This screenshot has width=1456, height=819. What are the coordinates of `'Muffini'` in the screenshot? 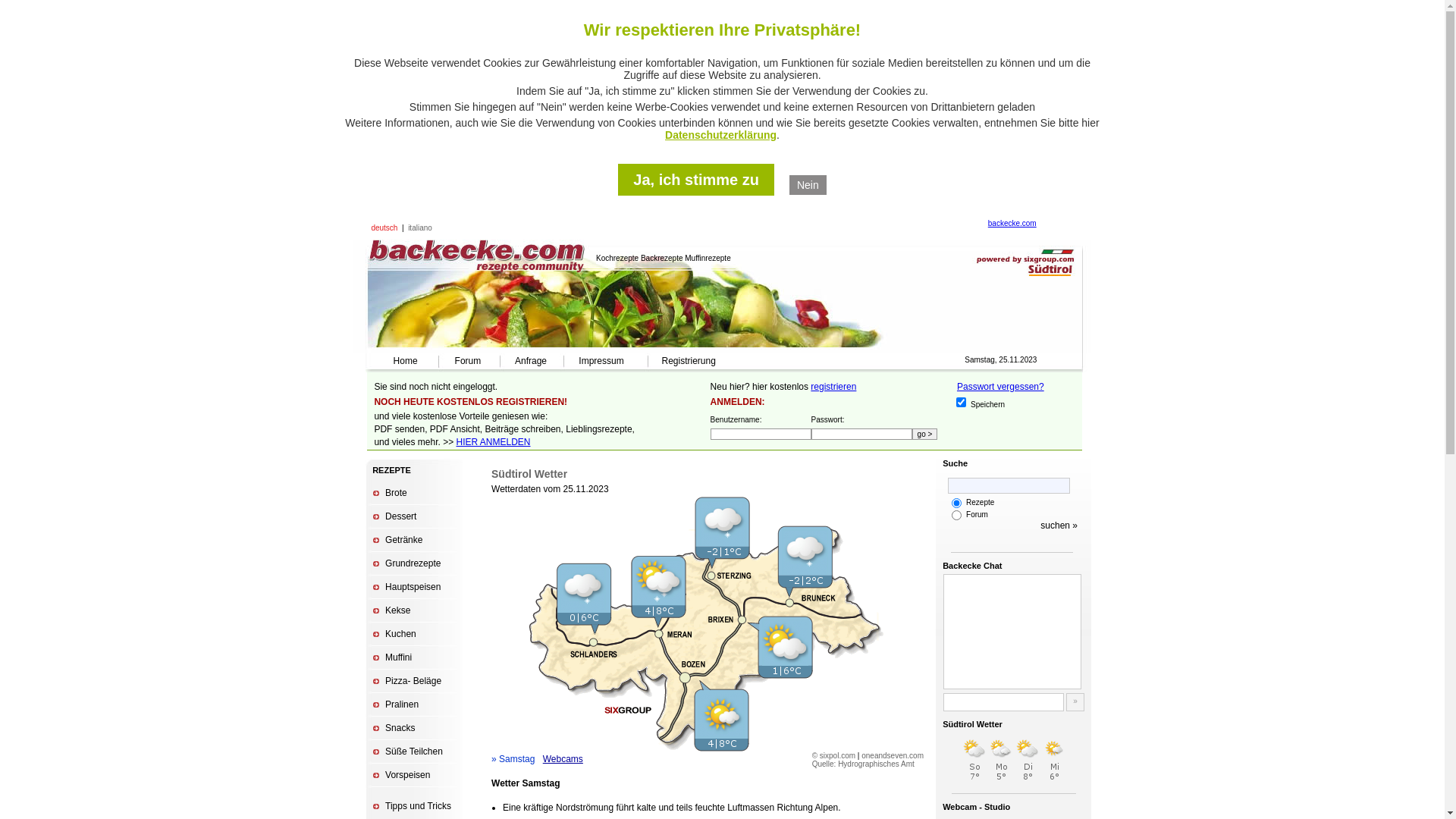 It's located at (385, 657).